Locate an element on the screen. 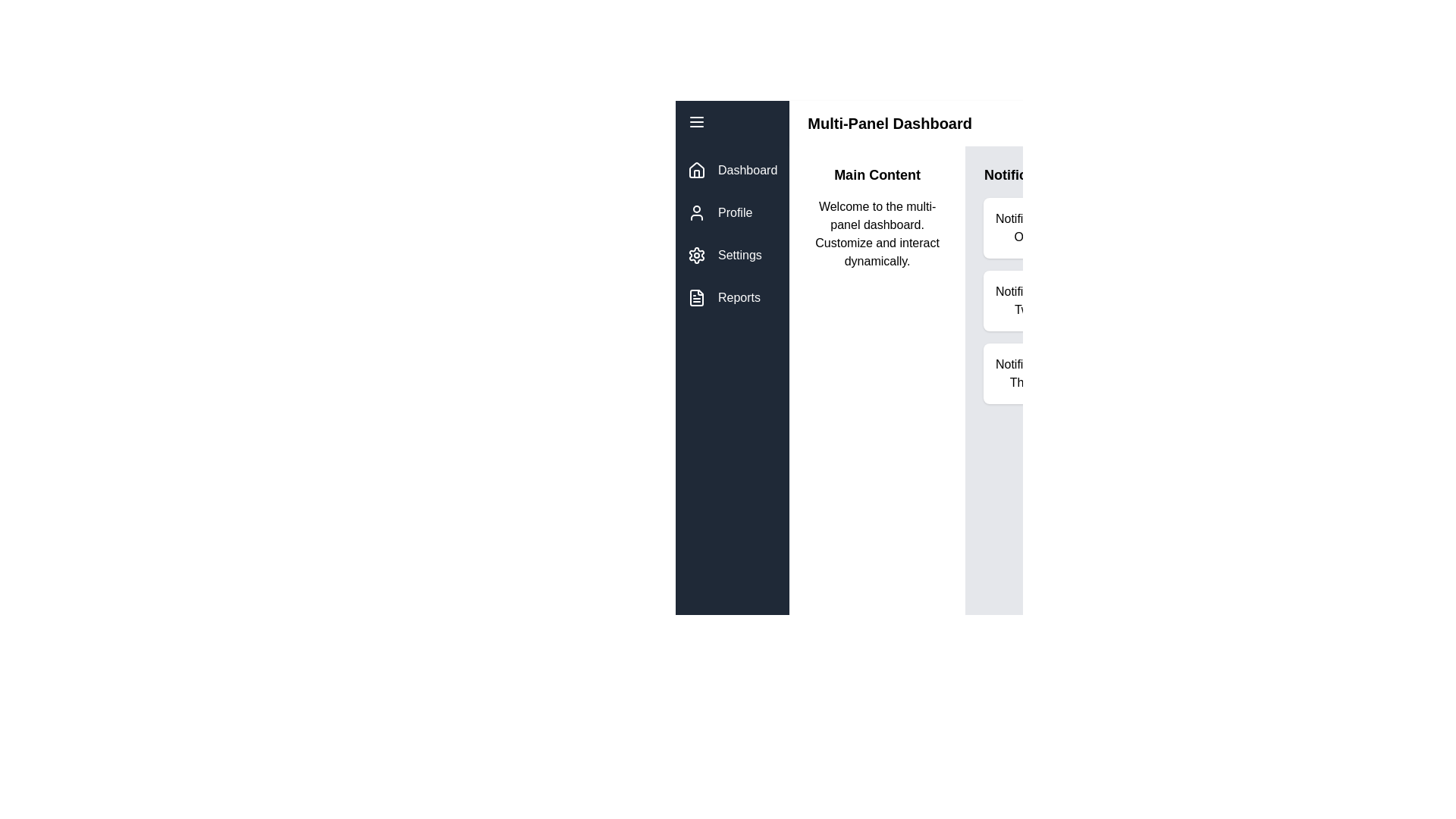 Image resolution: width=1456 pixels, height=819 pixels. text displayed on the 'Settings' label, which is a white font on a dark background in the navigation menu, located third from the top is located at coordinates (739, 254).